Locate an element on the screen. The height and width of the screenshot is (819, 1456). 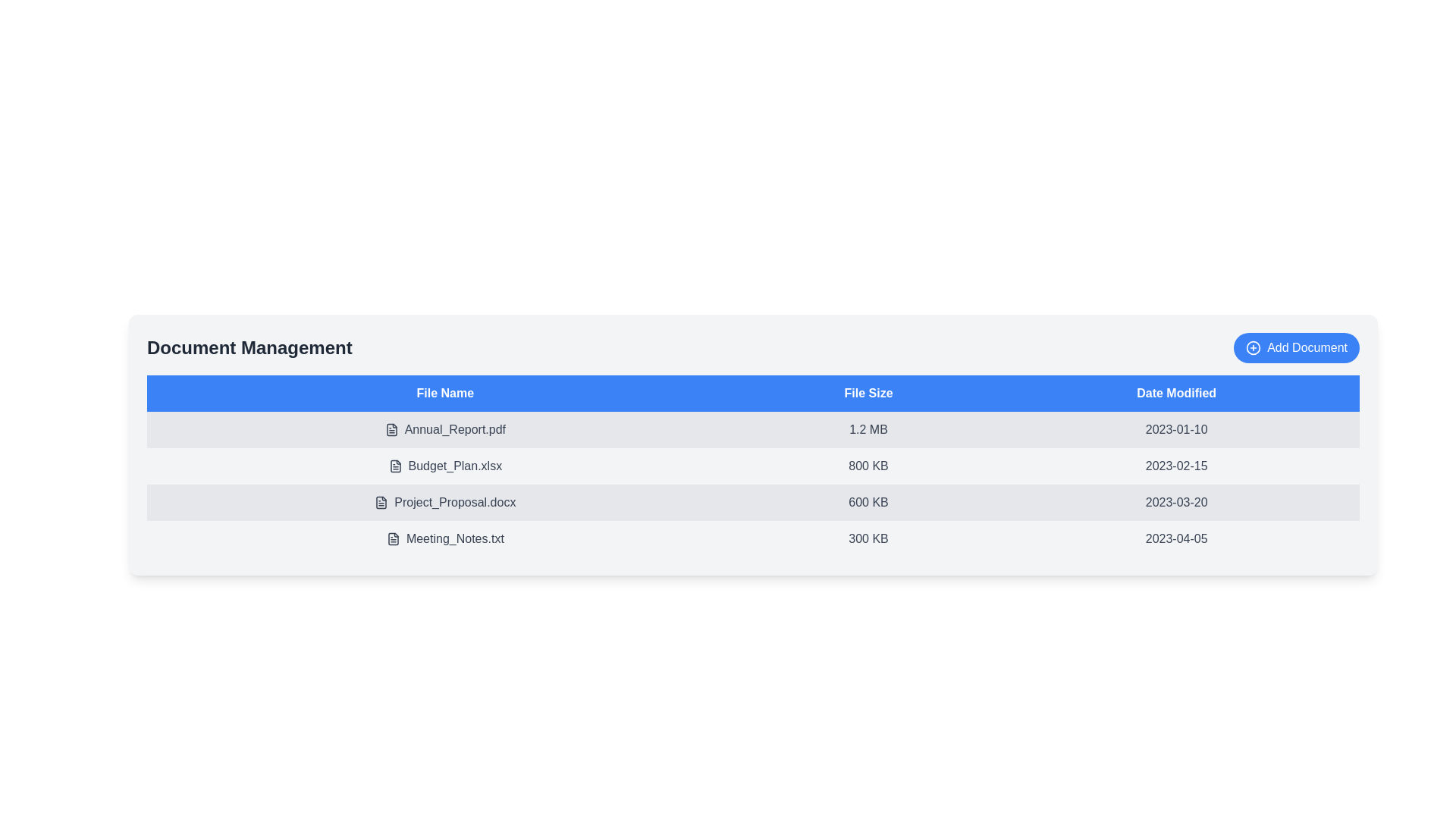
the table header File Size to sort the document list by that column is located at coordinates (868, 393).